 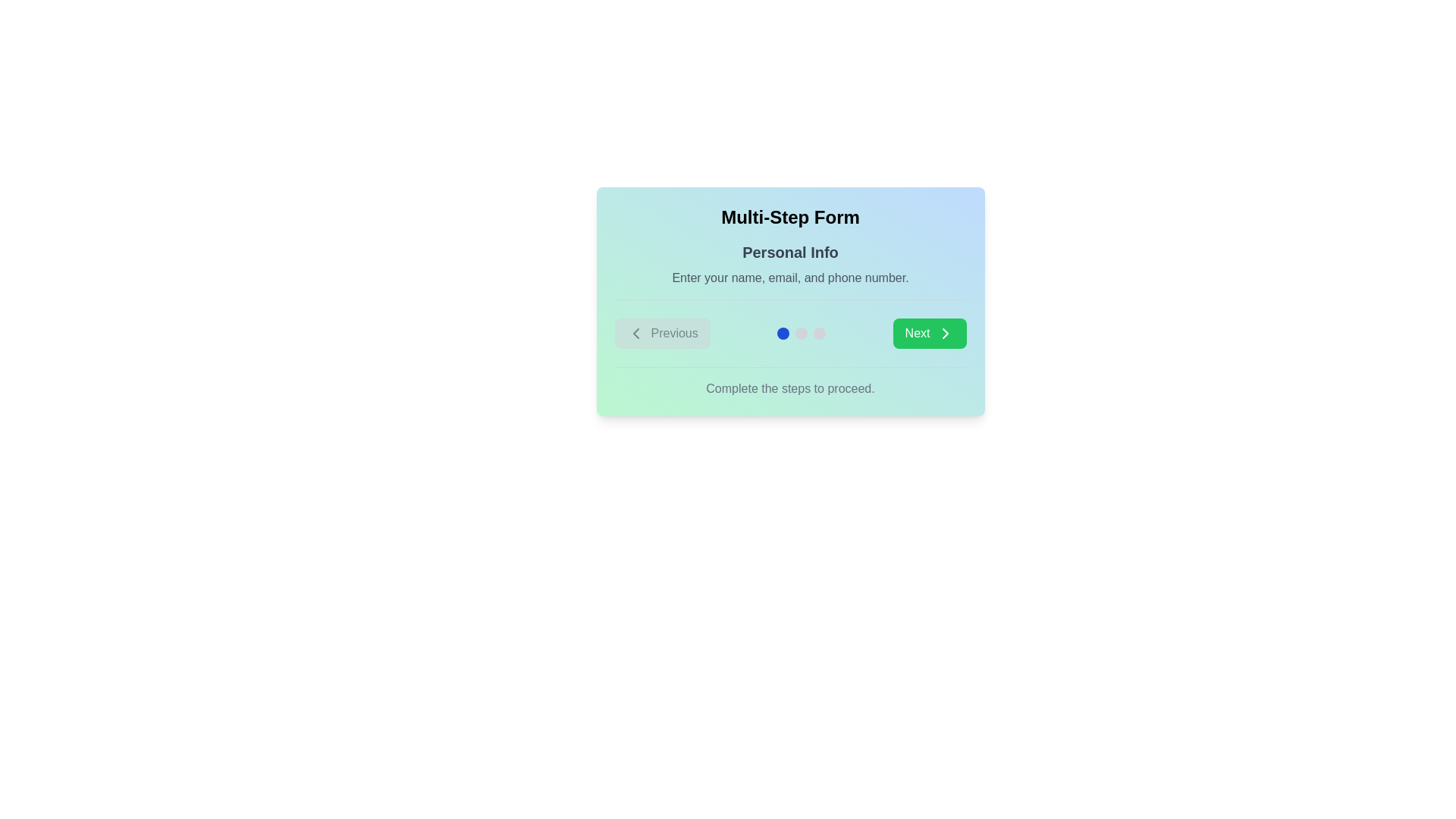 I want to click on the left-pointing chevron arrow icon that indicates the 'Previous' button, which is visually aligned with the button's text, so click(x=635, y=332).